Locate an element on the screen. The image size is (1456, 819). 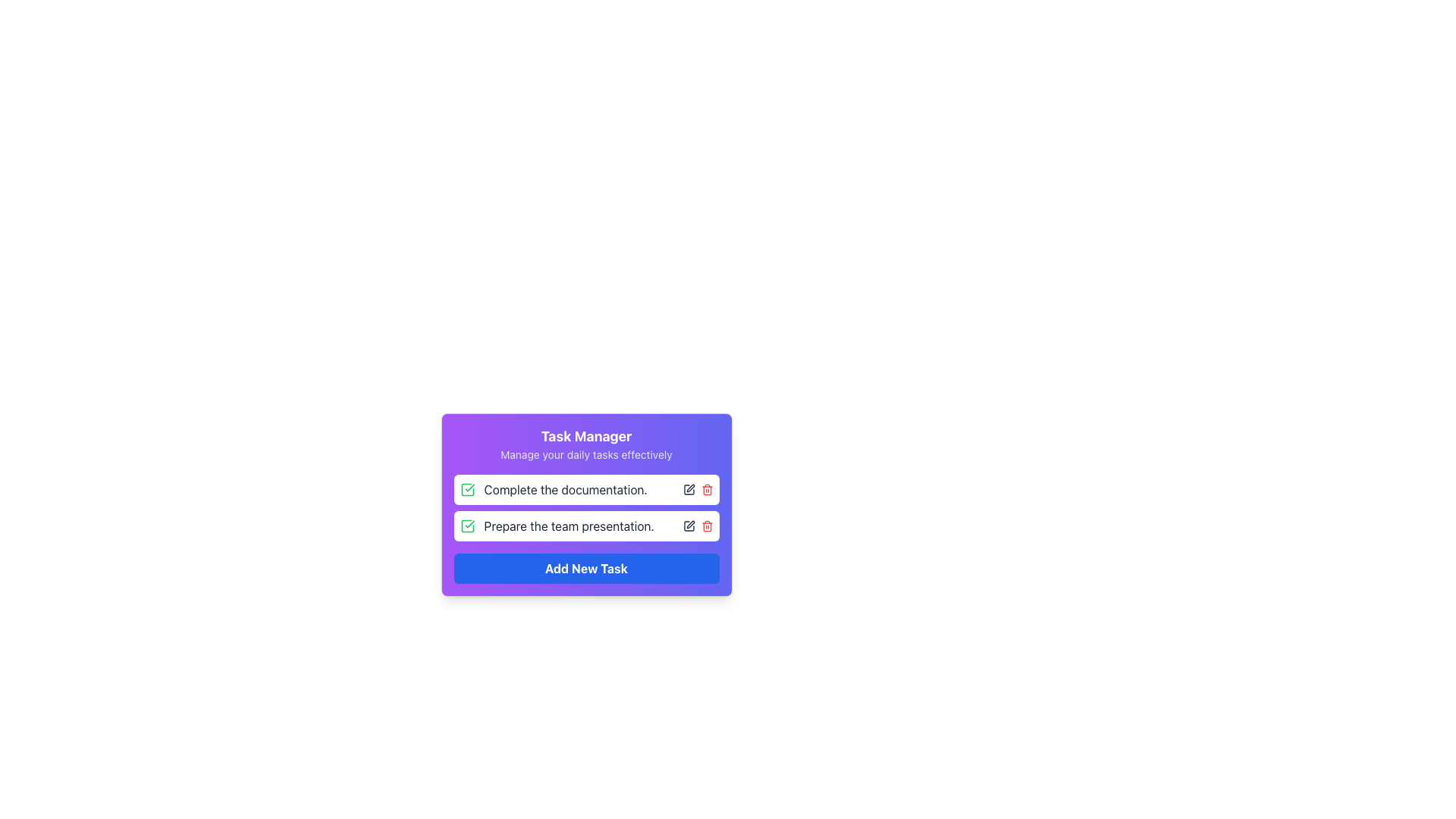
the edit icon located to the right of the task text 'Complete the documentation.' in the Task Manager interface is located at coordinates (688, 489).